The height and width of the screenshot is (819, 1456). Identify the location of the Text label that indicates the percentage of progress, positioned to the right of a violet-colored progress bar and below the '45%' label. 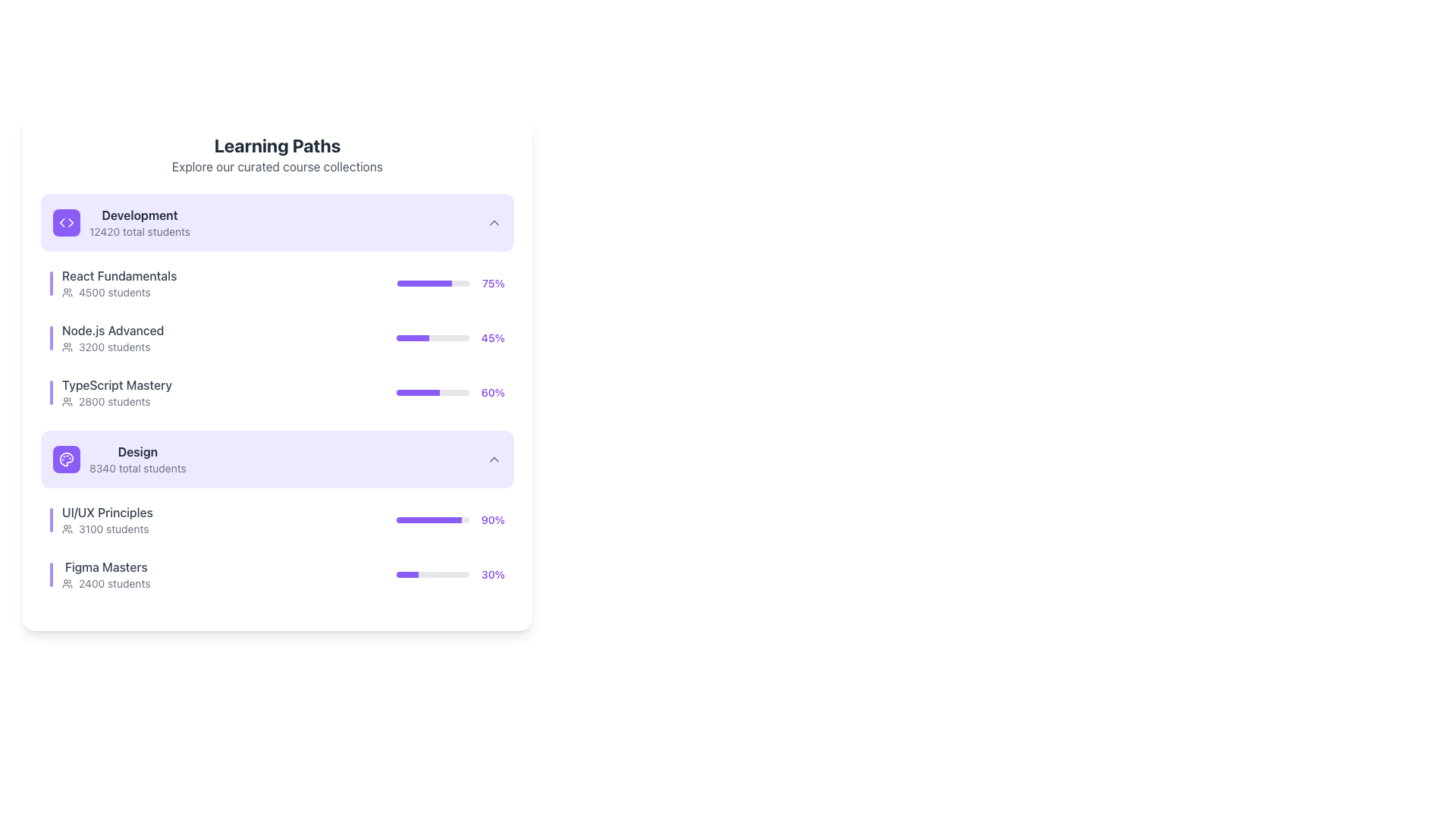
(493, 391).